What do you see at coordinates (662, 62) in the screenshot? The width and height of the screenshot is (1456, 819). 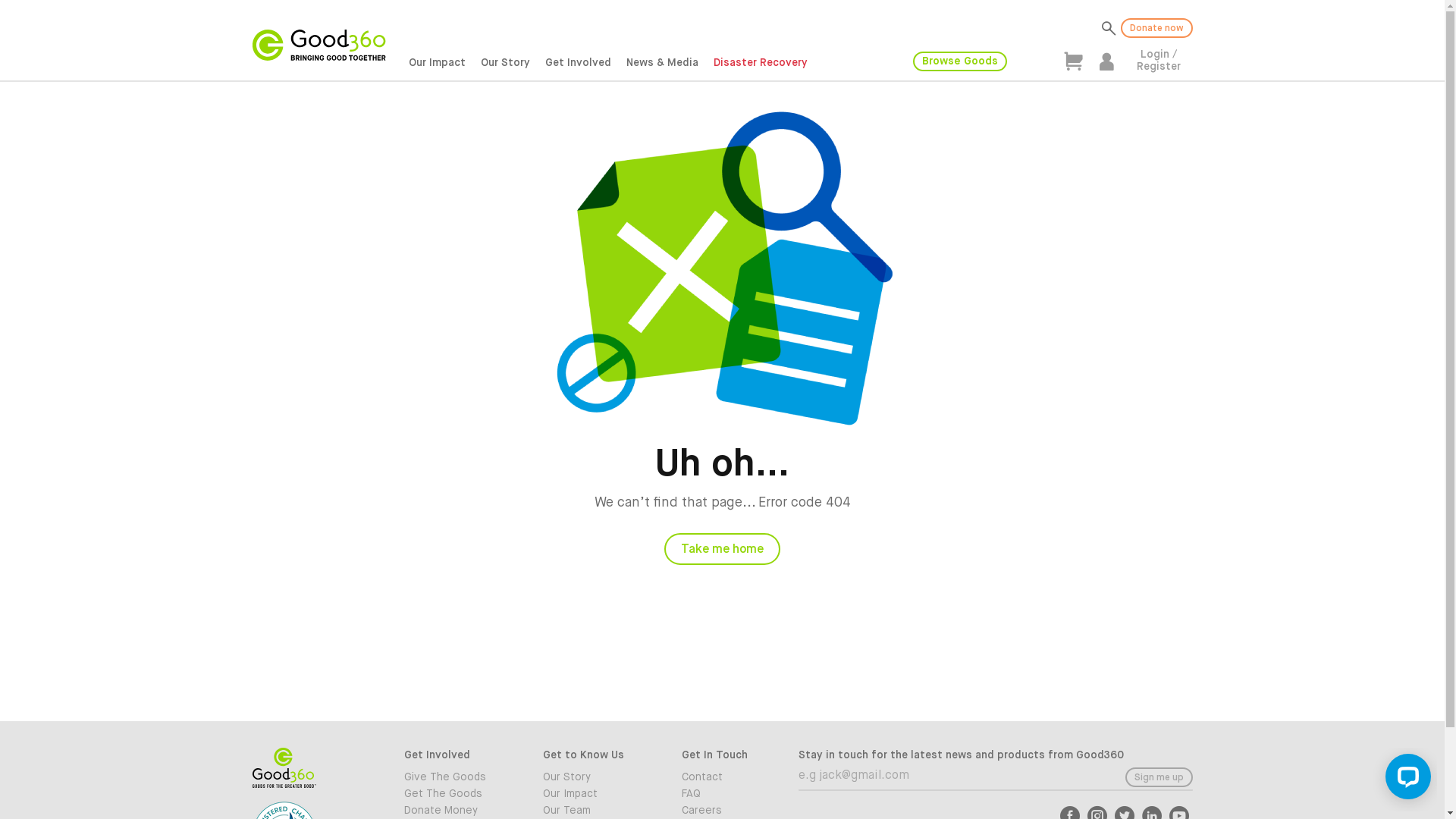 I see `'News & Media'` at bounding box center [662, 62].